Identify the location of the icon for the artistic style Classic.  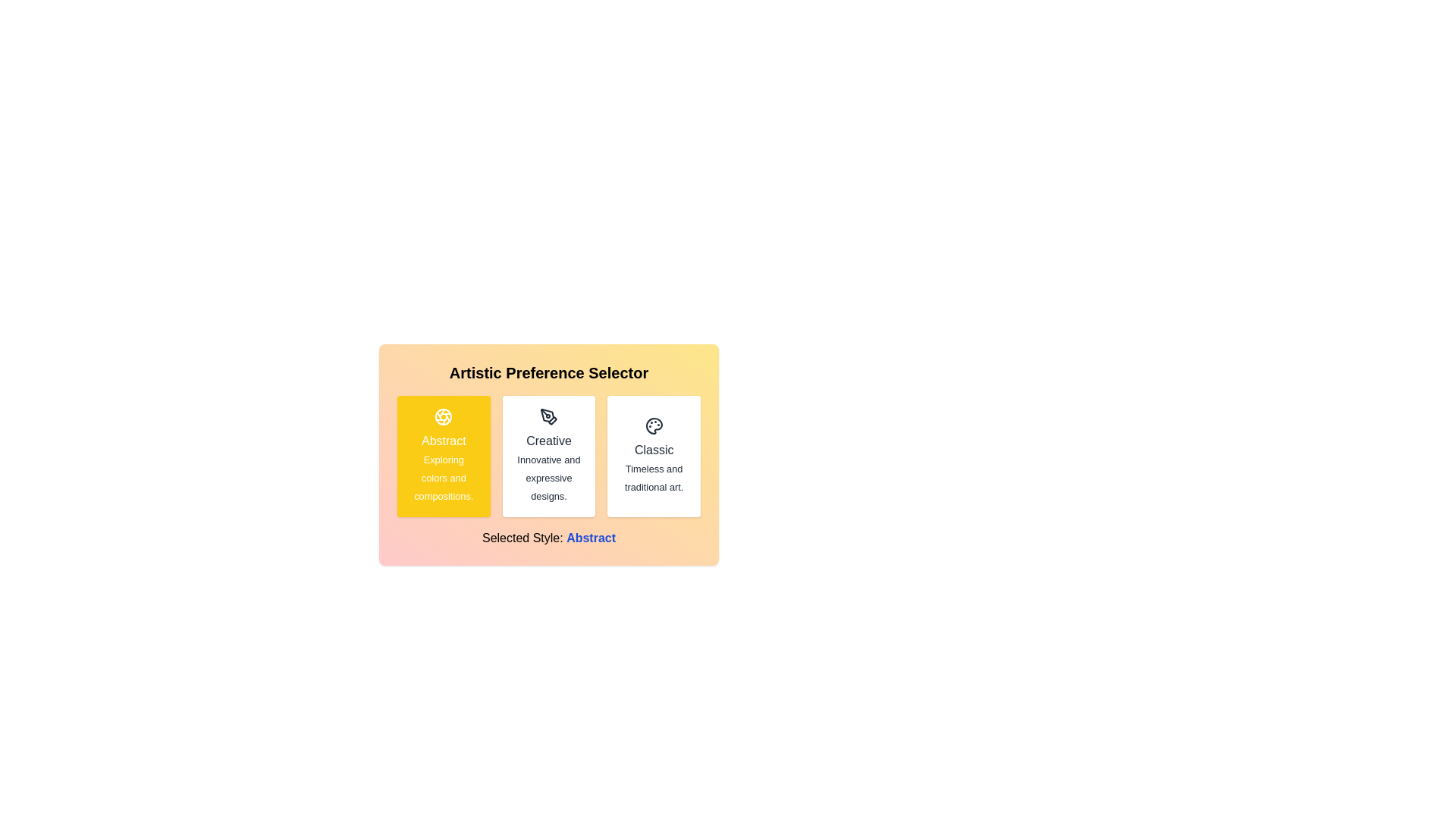
(654, 426).